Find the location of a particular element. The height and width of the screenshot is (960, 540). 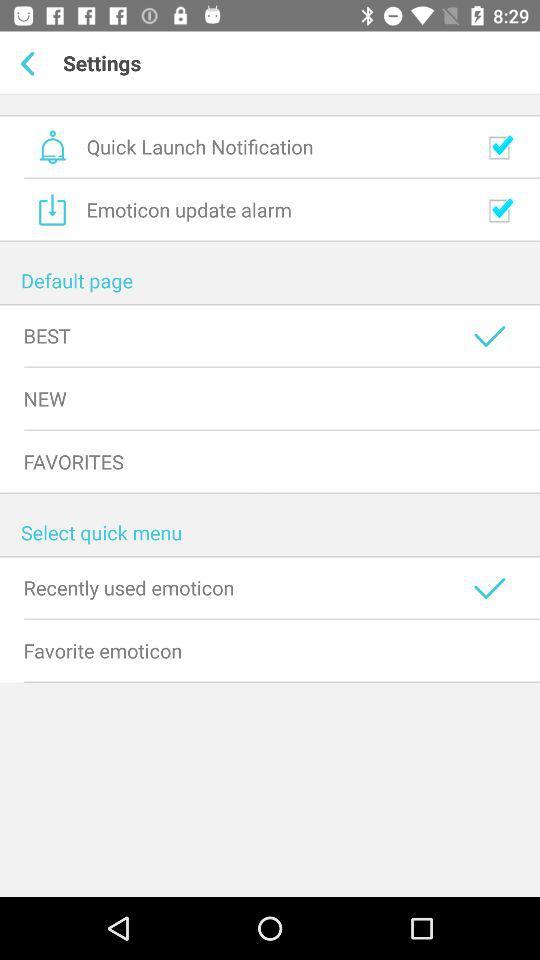

remove check is located at coordinates (499, 210).